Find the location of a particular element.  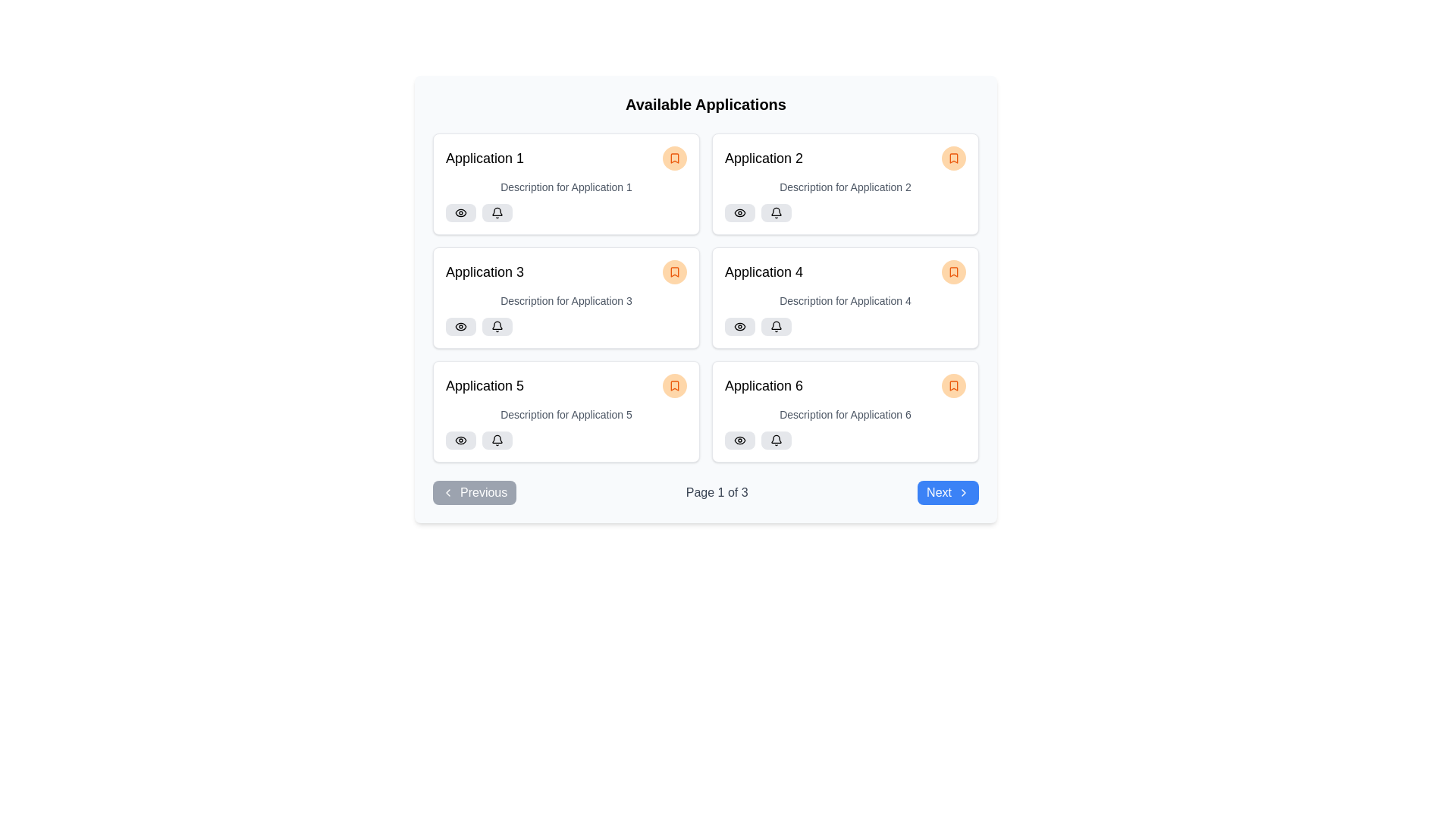

the Interactive Card displaying 'Application 1' with a white background and an orange bookmark icon located at the top-left corner of the grid layout is located at coordinates (566, 184).